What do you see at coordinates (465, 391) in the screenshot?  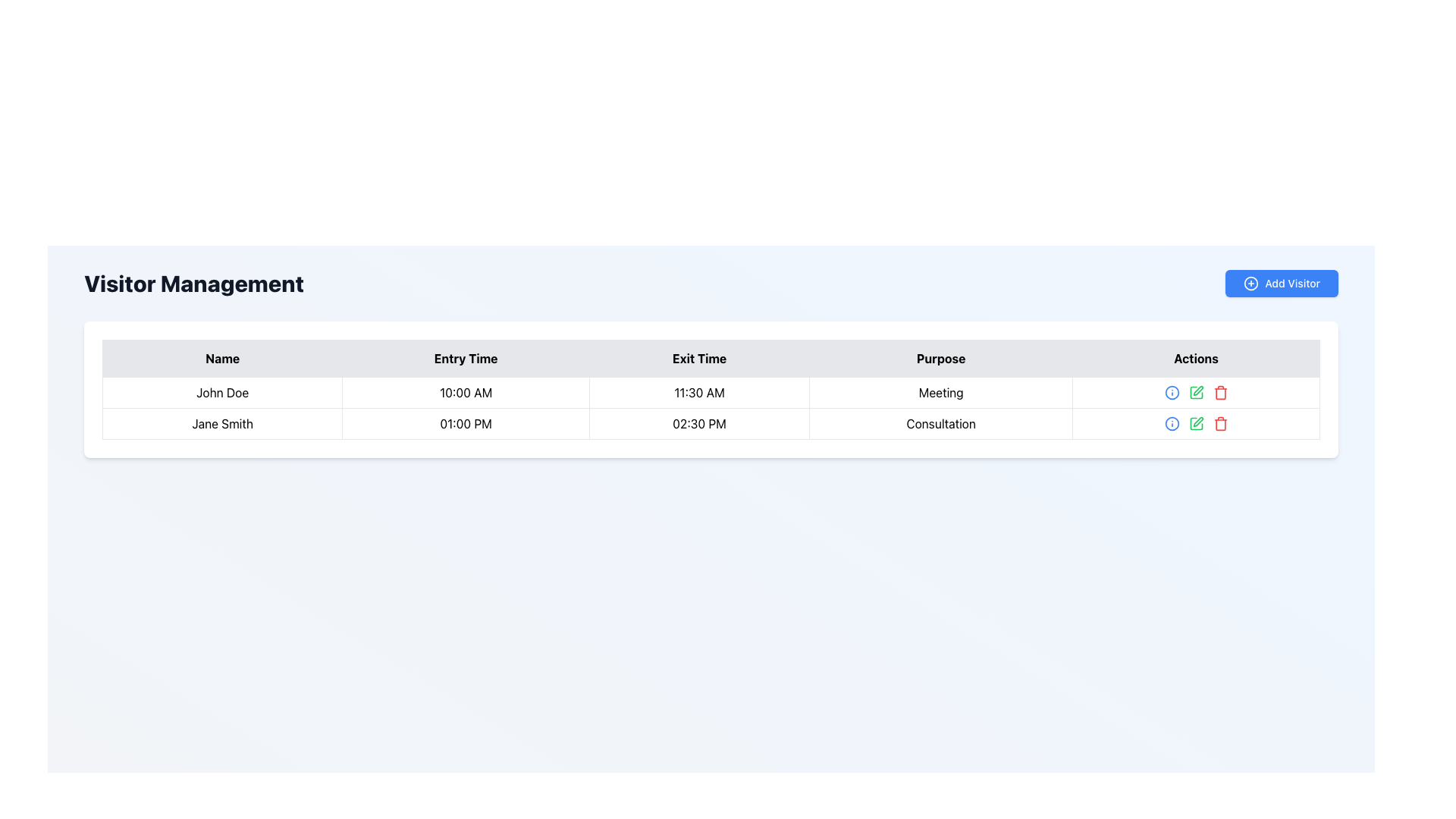 I see `the 'Entry Time' text element in the 'Visitor Management' interface, which displays the entry time of a visitor, specifically located in the second column of the first row of the table, aligning with 'John Doe'` at bounding box center [465, 391].